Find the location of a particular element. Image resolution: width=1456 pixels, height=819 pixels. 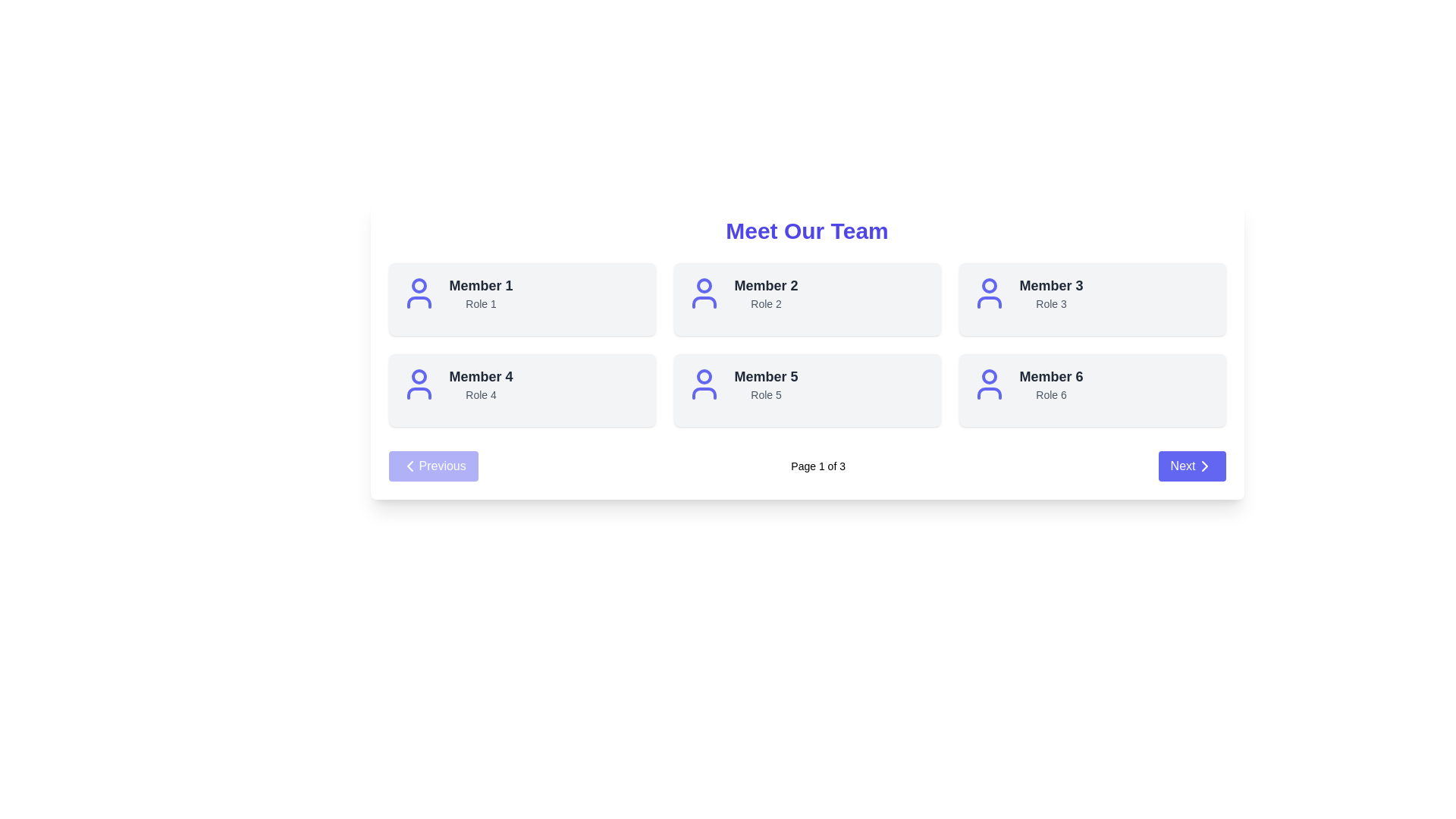

the static text element displaying 'Page 1 of 3', located in the pagination section between the 'Previous' and 'Next' buttons is located at coordinates (817, 465).